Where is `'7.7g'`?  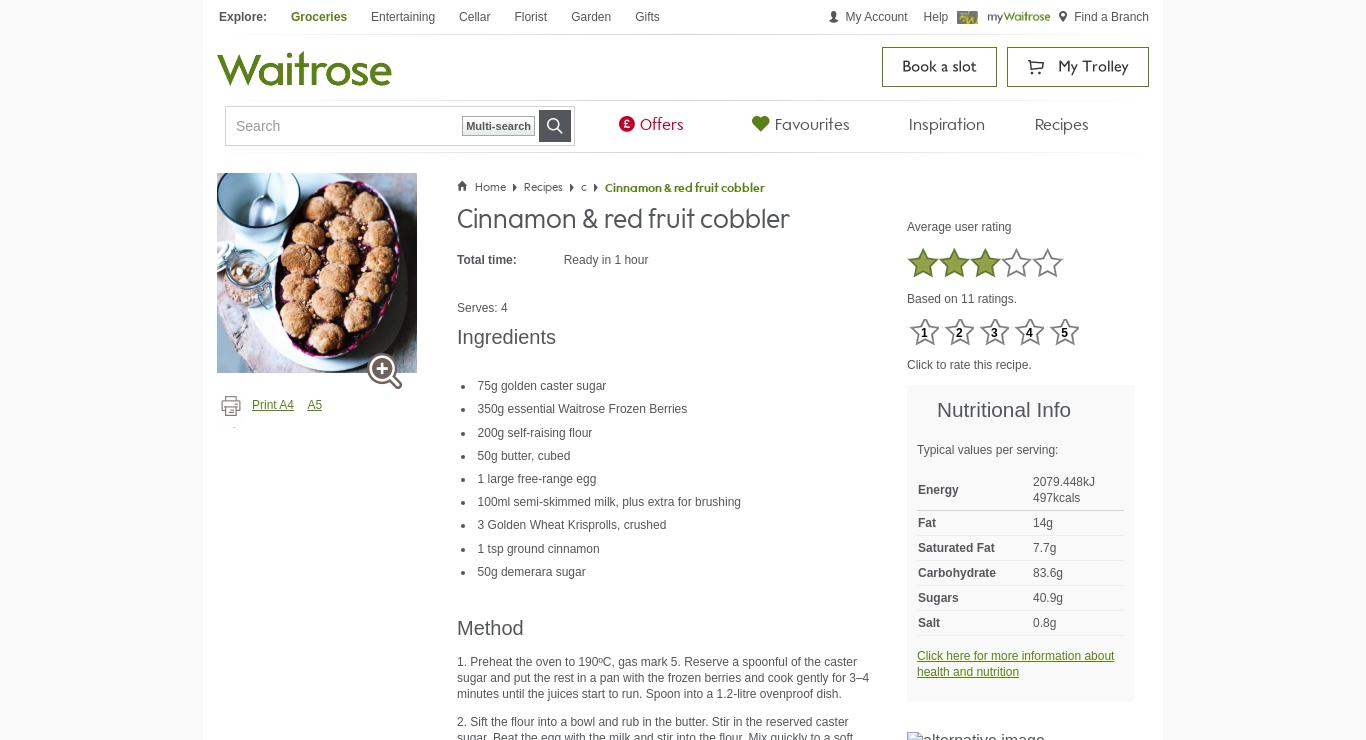
'7.7g' is located at coordinates (1043, 547).